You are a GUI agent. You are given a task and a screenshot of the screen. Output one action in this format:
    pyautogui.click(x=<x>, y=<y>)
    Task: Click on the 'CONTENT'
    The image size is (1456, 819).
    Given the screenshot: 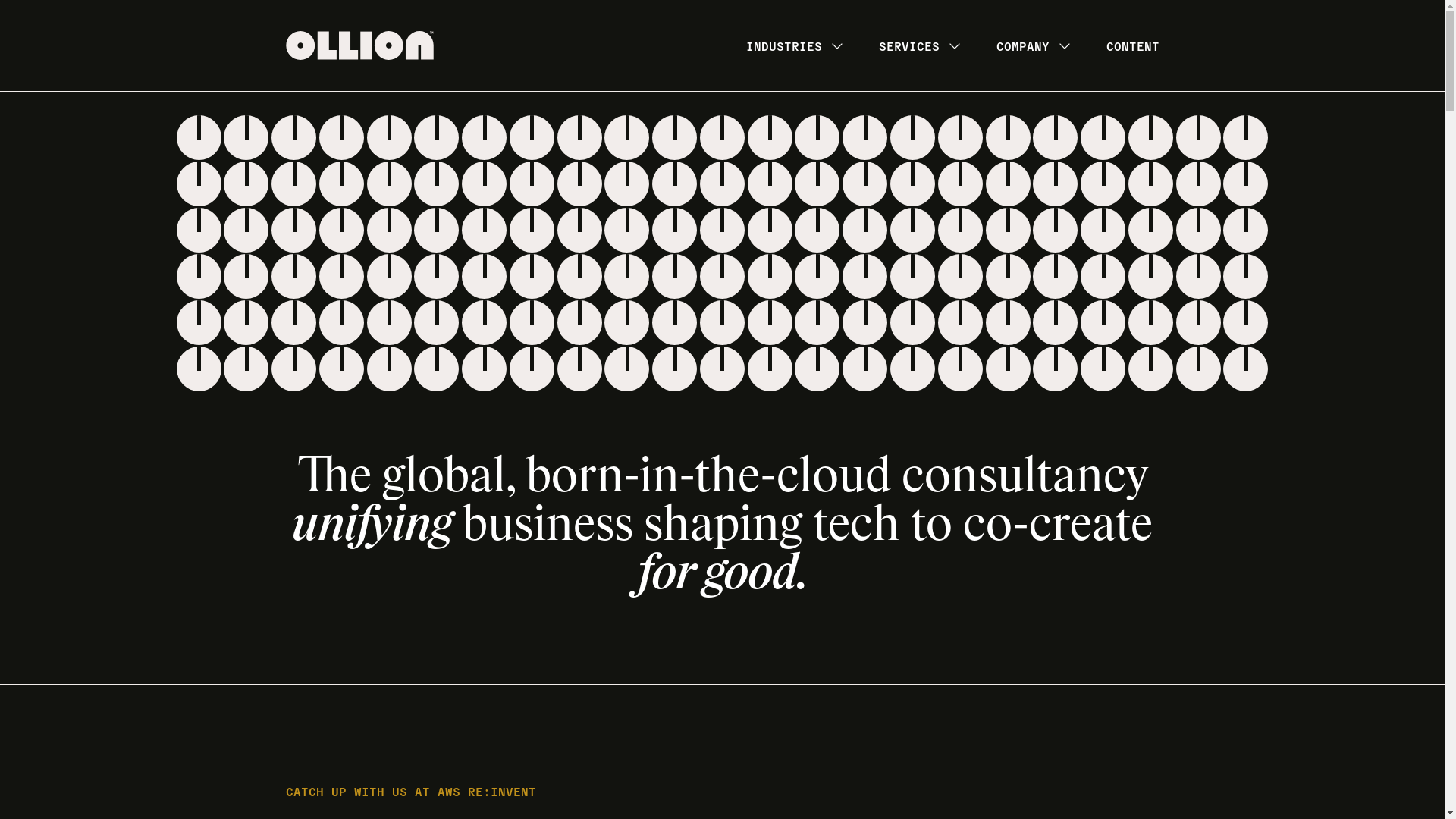 What is the action you would take?
    pyautogui.click(x=1131, y=45)
    